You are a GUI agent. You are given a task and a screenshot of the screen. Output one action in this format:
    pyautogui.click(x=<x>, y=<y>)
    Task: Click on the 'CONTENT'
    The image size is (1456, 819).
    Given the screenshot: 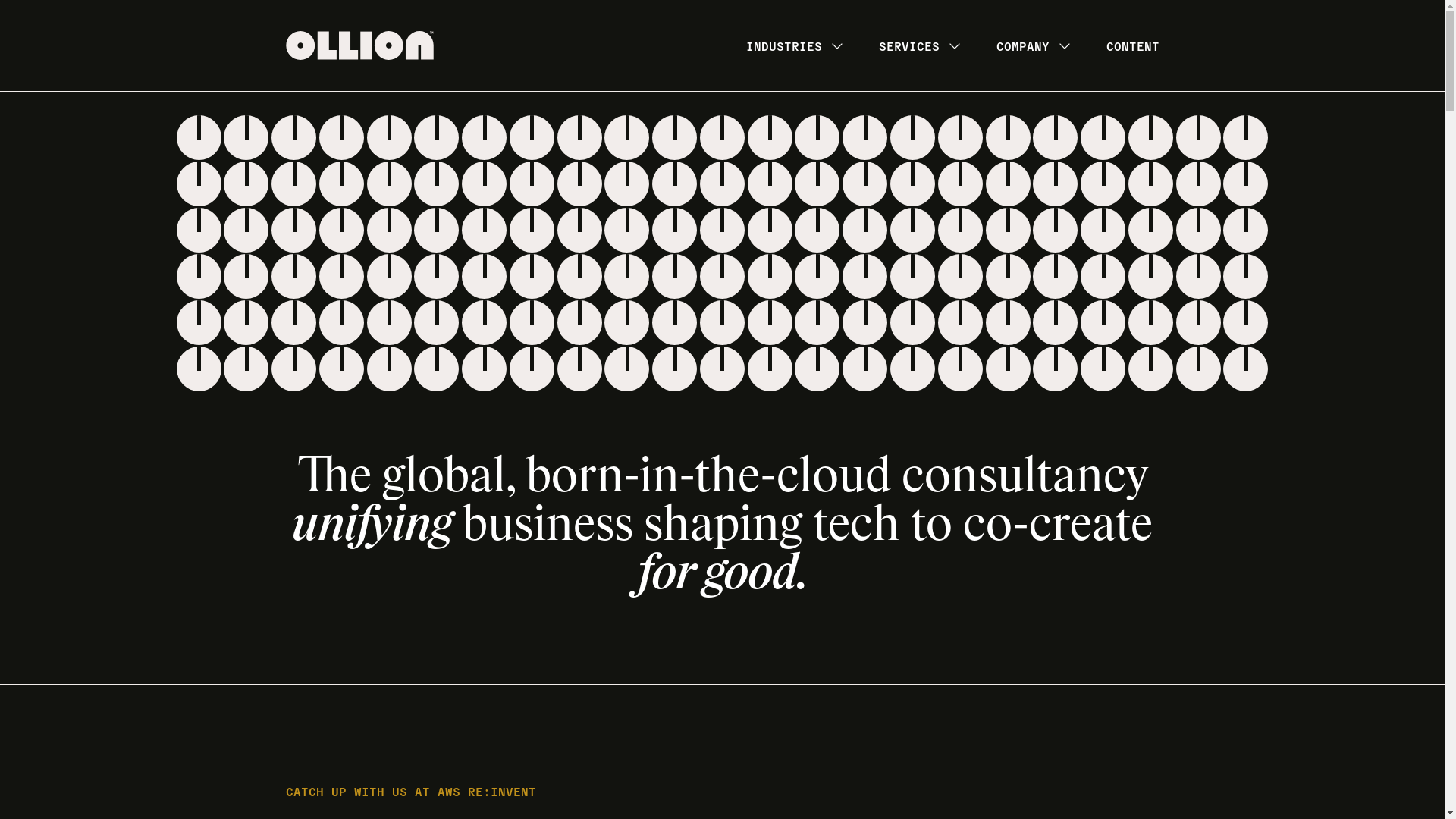 What is the action you would take?
    pyautogui.click(x=1131, y=45)
    